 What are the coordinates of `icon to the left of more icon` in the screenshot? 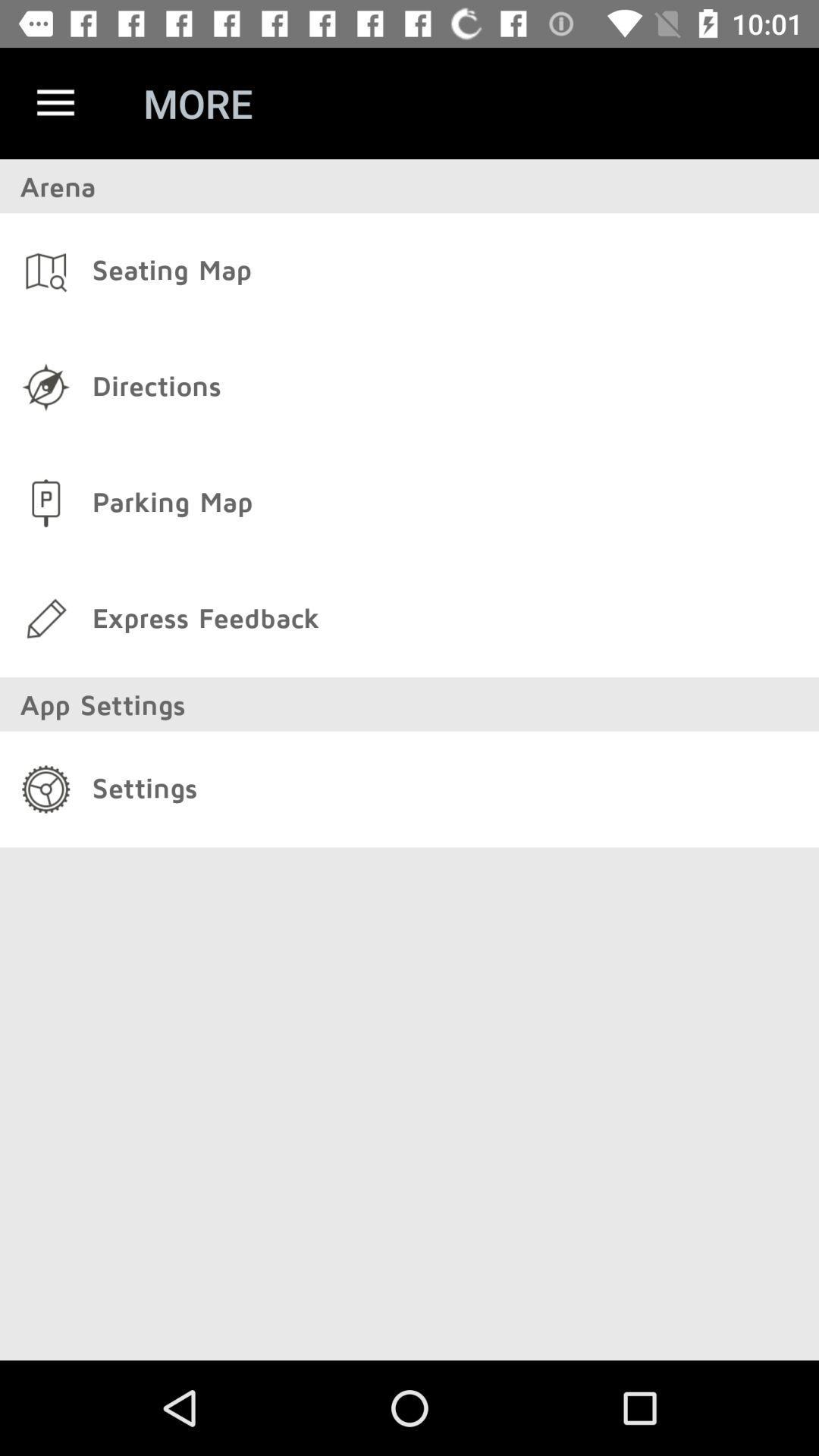 It's located at (55, 102).